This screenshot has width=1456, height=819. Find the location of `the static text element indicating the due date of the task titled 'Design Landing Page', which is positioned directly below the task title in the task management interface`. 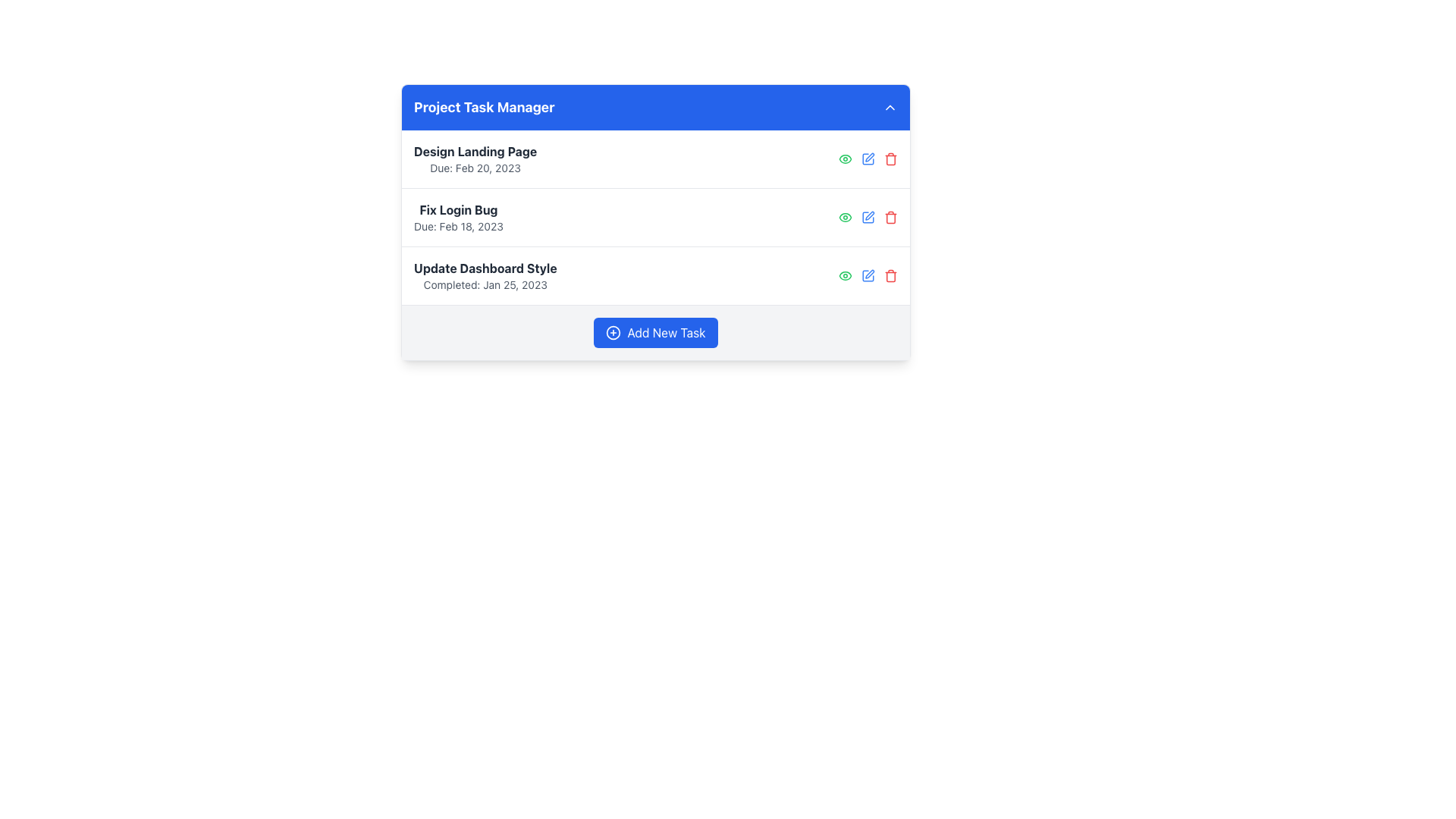

the static text element indicating the due date of the task titled 'Design Landing Page', which is positioned directly below the task title in the task management interface is located at coordinates (475, 168).